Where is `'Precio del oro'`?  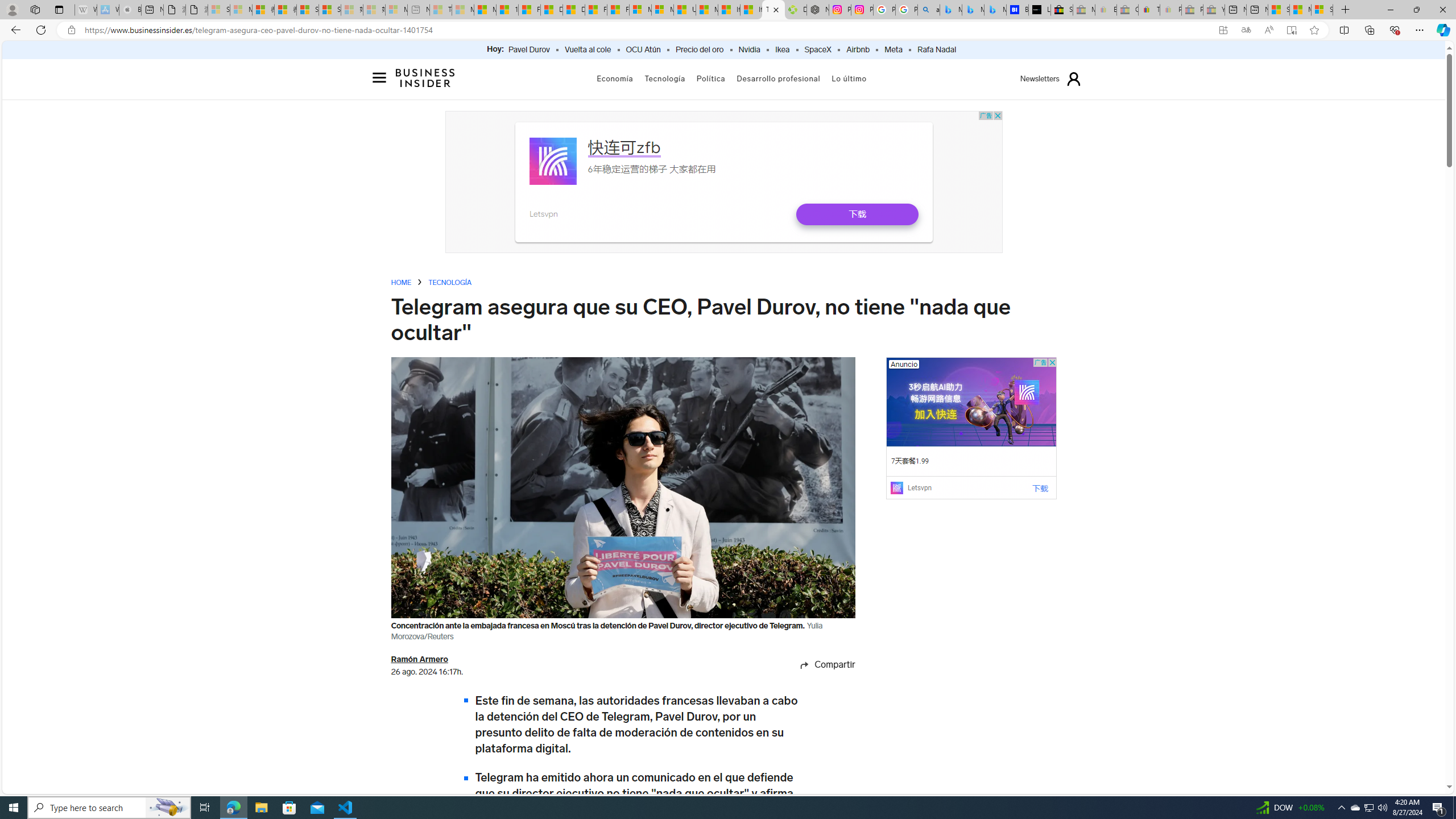
'Precio del oro' is located at coordinates (700, 49).